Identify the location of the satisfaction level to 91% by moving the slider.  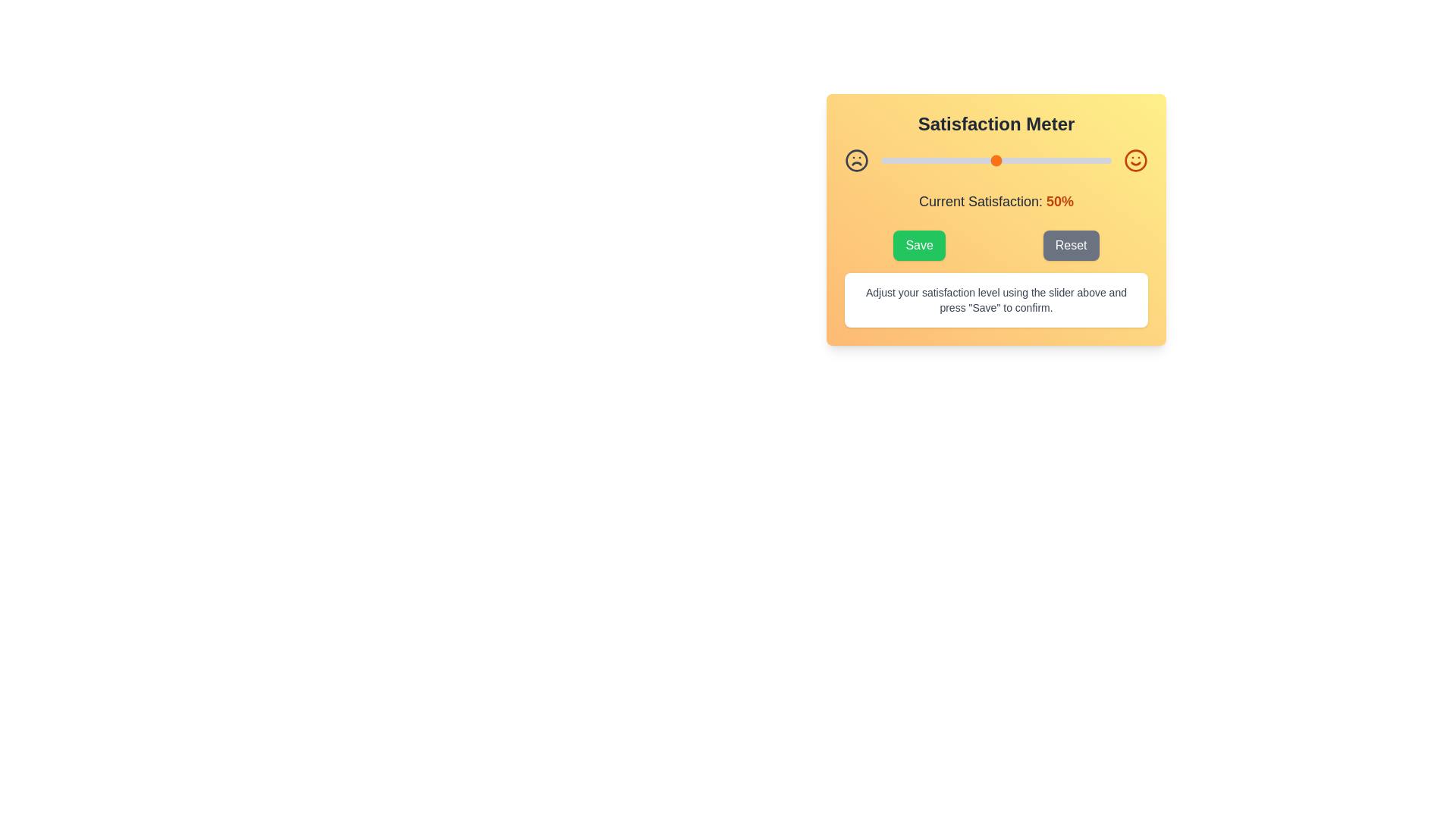
(1090, 161).